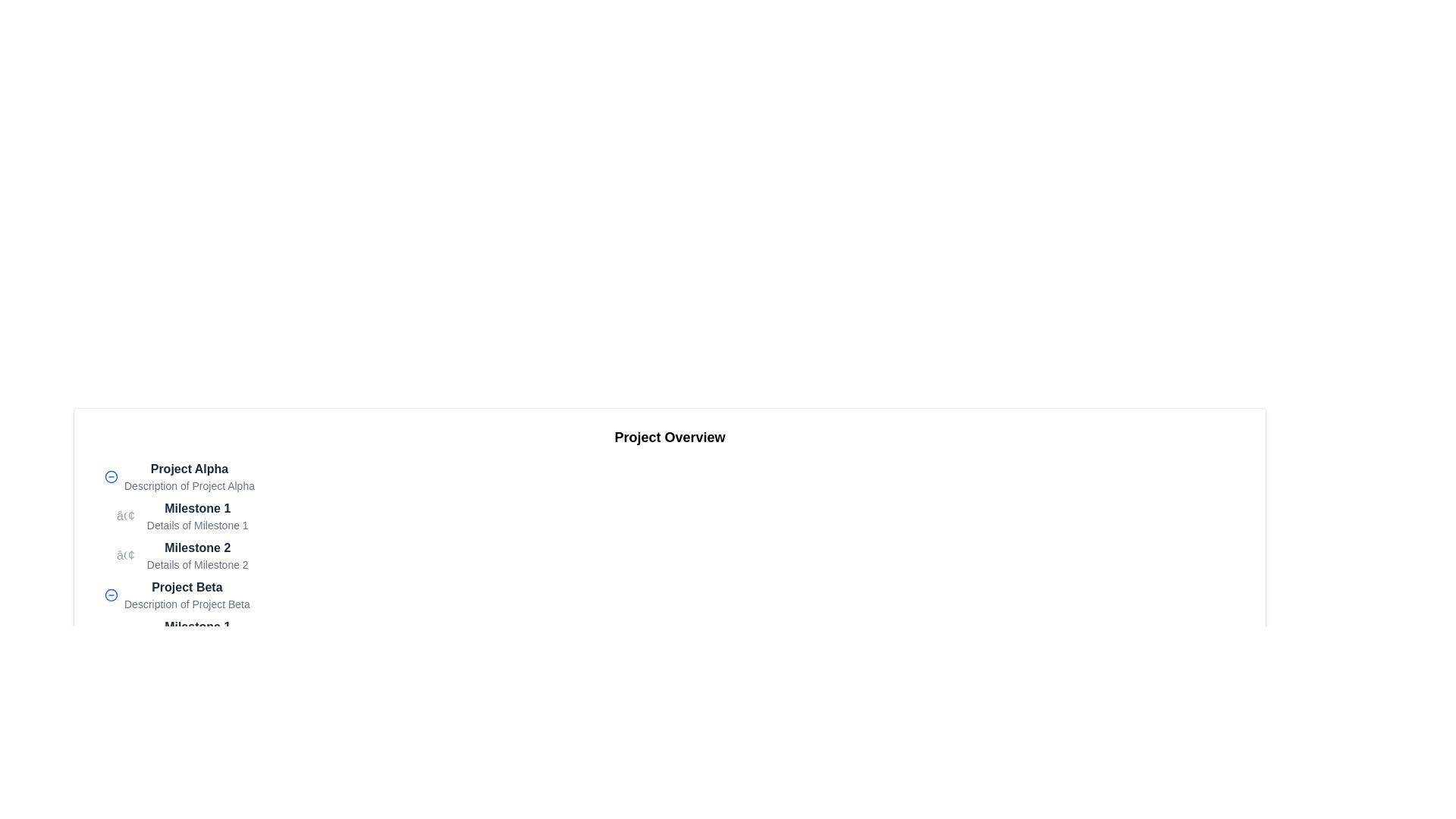  I want to click on the button on the far left side of the 'Project Alpha' section to minimize or collapse the project details, so click(111, 475).